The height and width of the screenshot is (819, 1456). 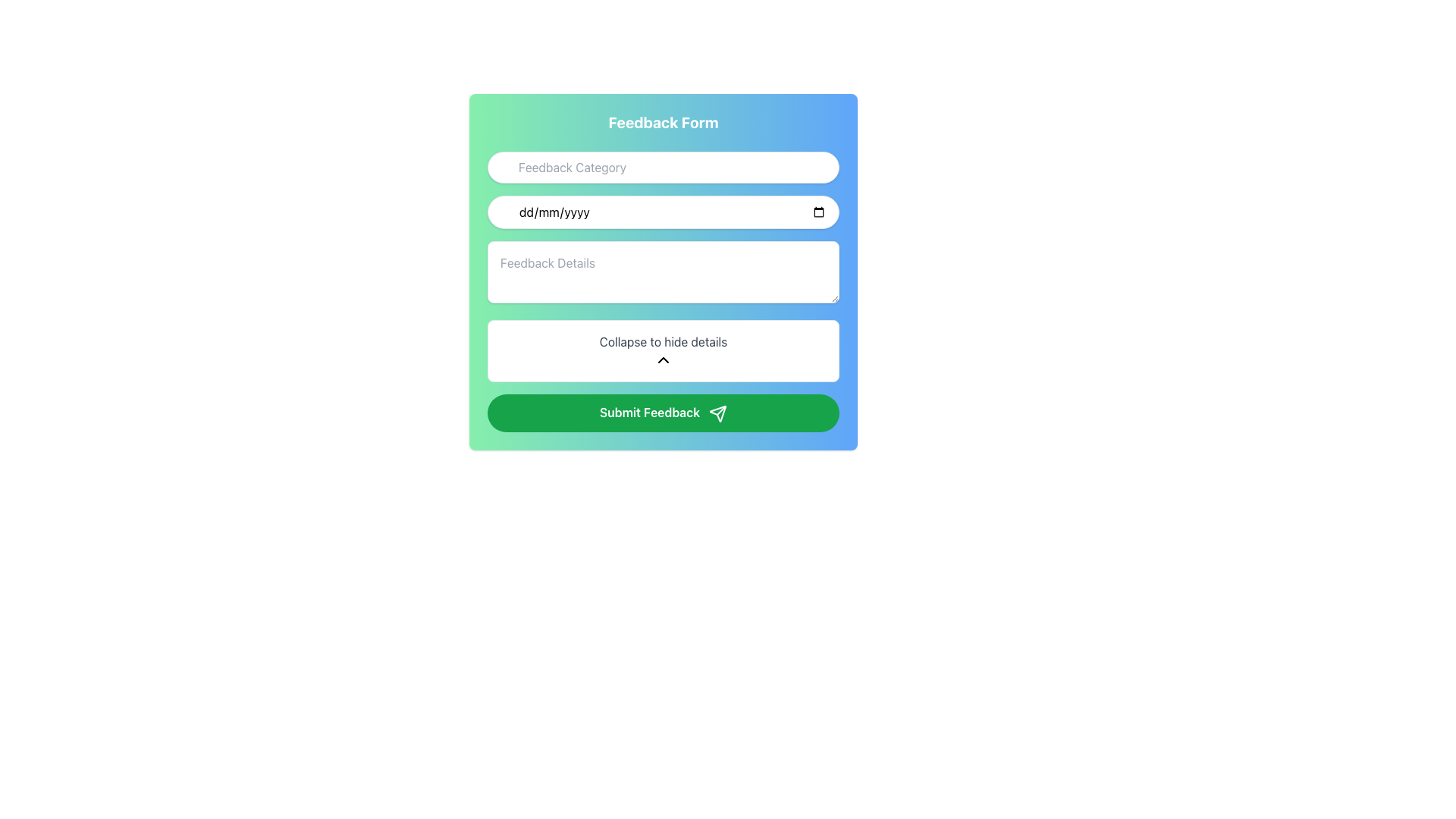 What do you see at coordinates (663, 359) in the screenshot?
I see `the upward-pointing chevron-shaped arrow icon located below the text 'Collapse to hide details' in the feedback form area` at bounding box center [663, 359].